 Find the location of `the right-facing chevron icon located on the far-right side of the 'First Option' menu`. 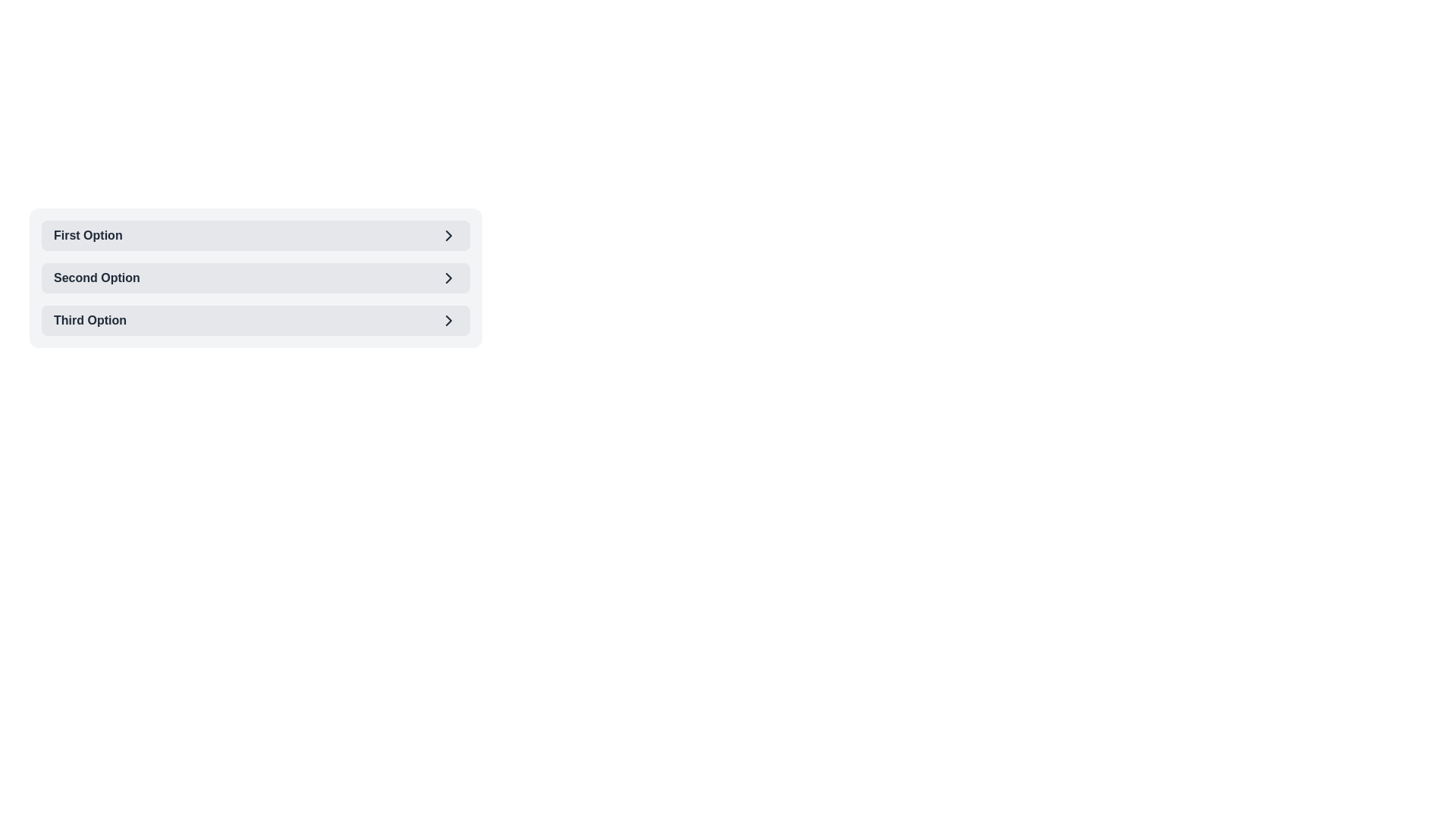

the right-facing chevron icon located on the far-right side of the 'First Option' menu is located at coordinates (447, 236).